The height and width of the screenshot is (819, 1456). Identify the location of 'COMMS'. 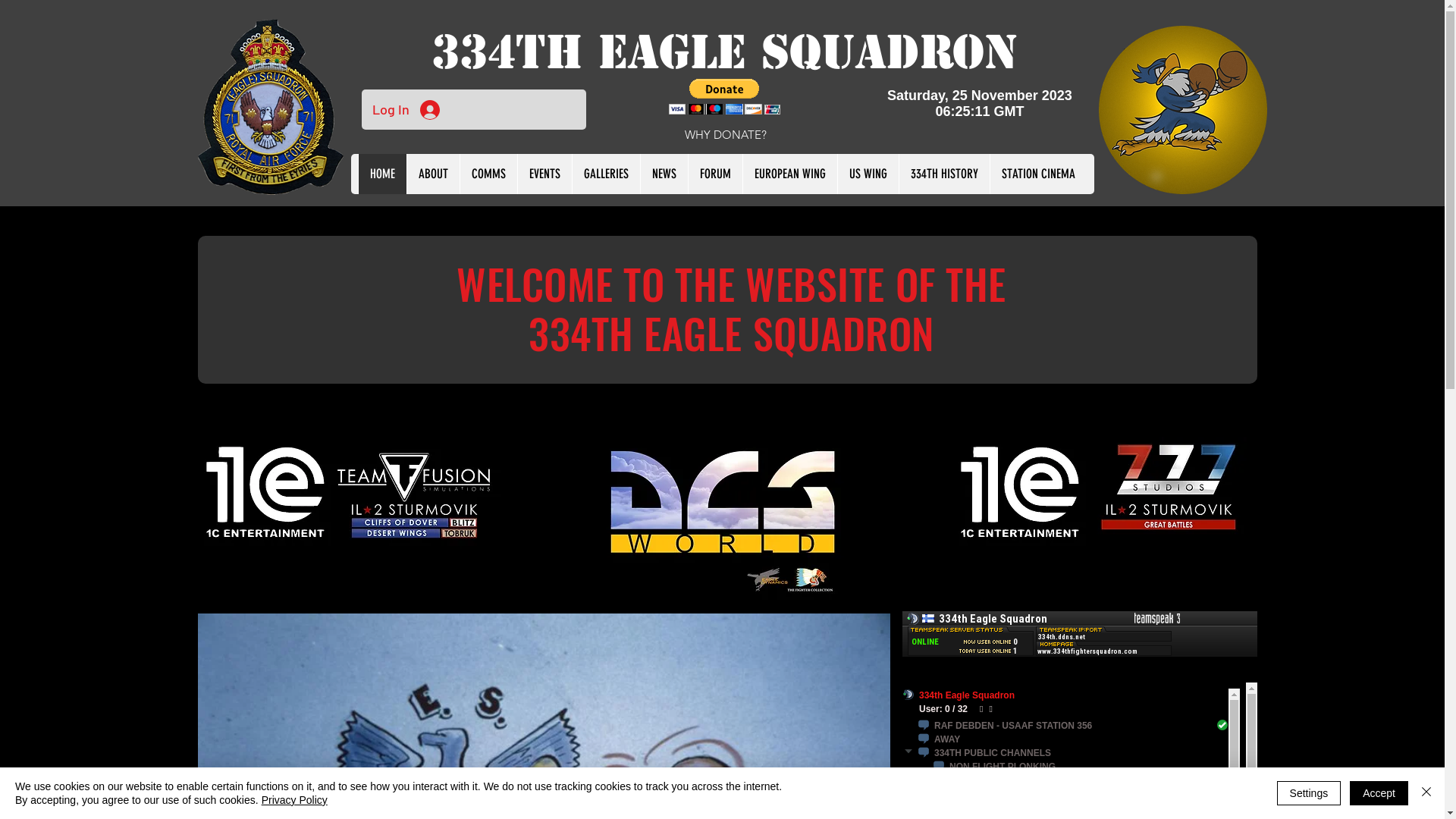
(488, 173).